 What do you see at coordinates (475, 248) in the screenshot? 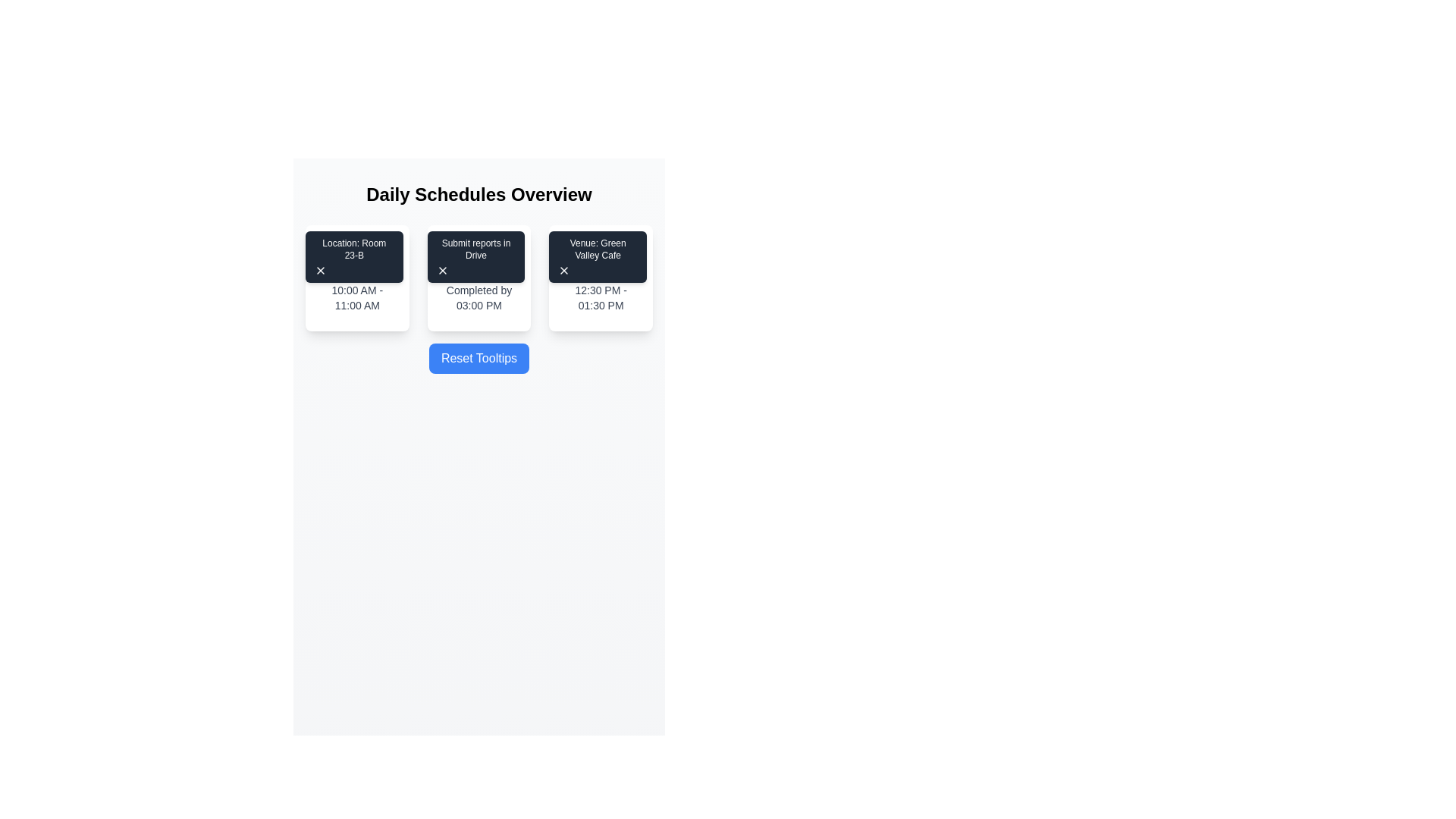
I see `the descriptive title text element located in the top section of the middle card in a horizontal list of three cards, positioned above the completion time text and below the card title` at bounding box center [475, 248].